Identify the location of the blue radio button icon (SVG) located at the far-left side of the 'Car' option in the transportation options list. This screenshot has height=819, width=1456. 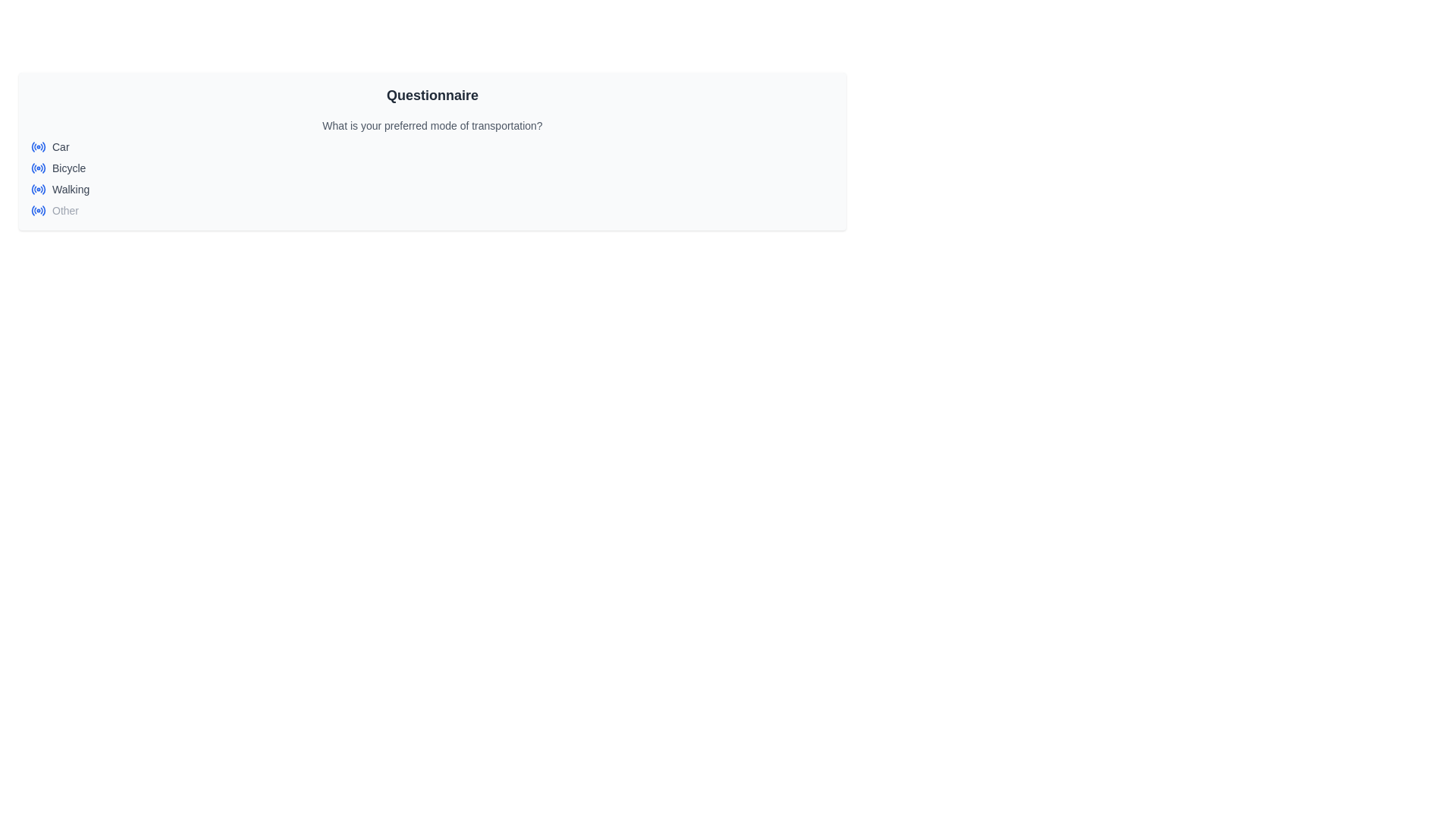
(39, 146).